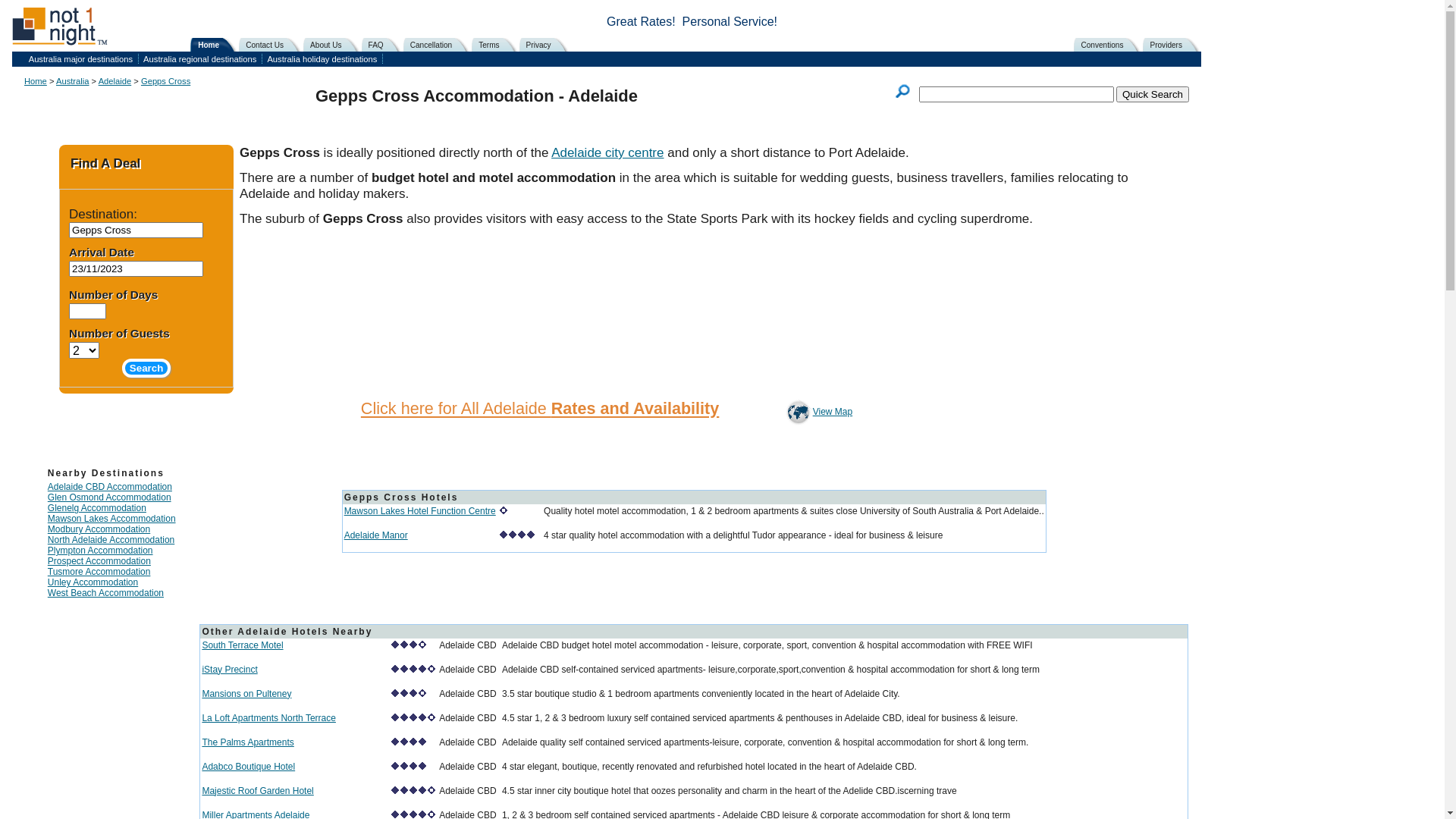 Image resolution: width=1456 pixels, height=819 pixels. I want to click on 'Adelaide Manor', so click(344, 534).